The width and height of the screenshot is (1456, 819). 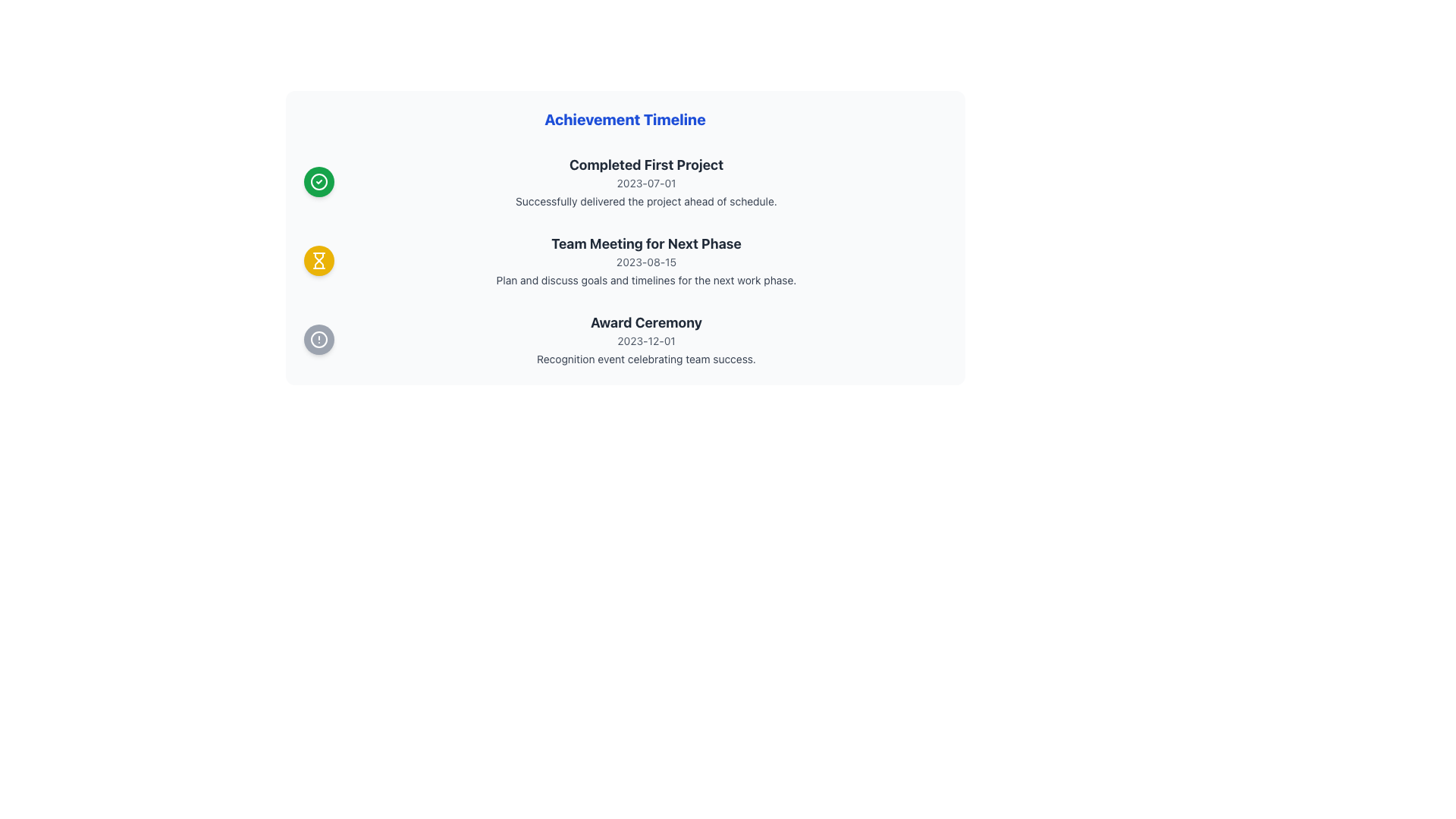 What do you see at coordinates (646, 359) in the screenshot?
I see `the text element that contains 'Recognition event celebrating team success.' located under the '2023-12-01' date in the description section of the 'Award Ceremony'` at bounding box center [646, 359].